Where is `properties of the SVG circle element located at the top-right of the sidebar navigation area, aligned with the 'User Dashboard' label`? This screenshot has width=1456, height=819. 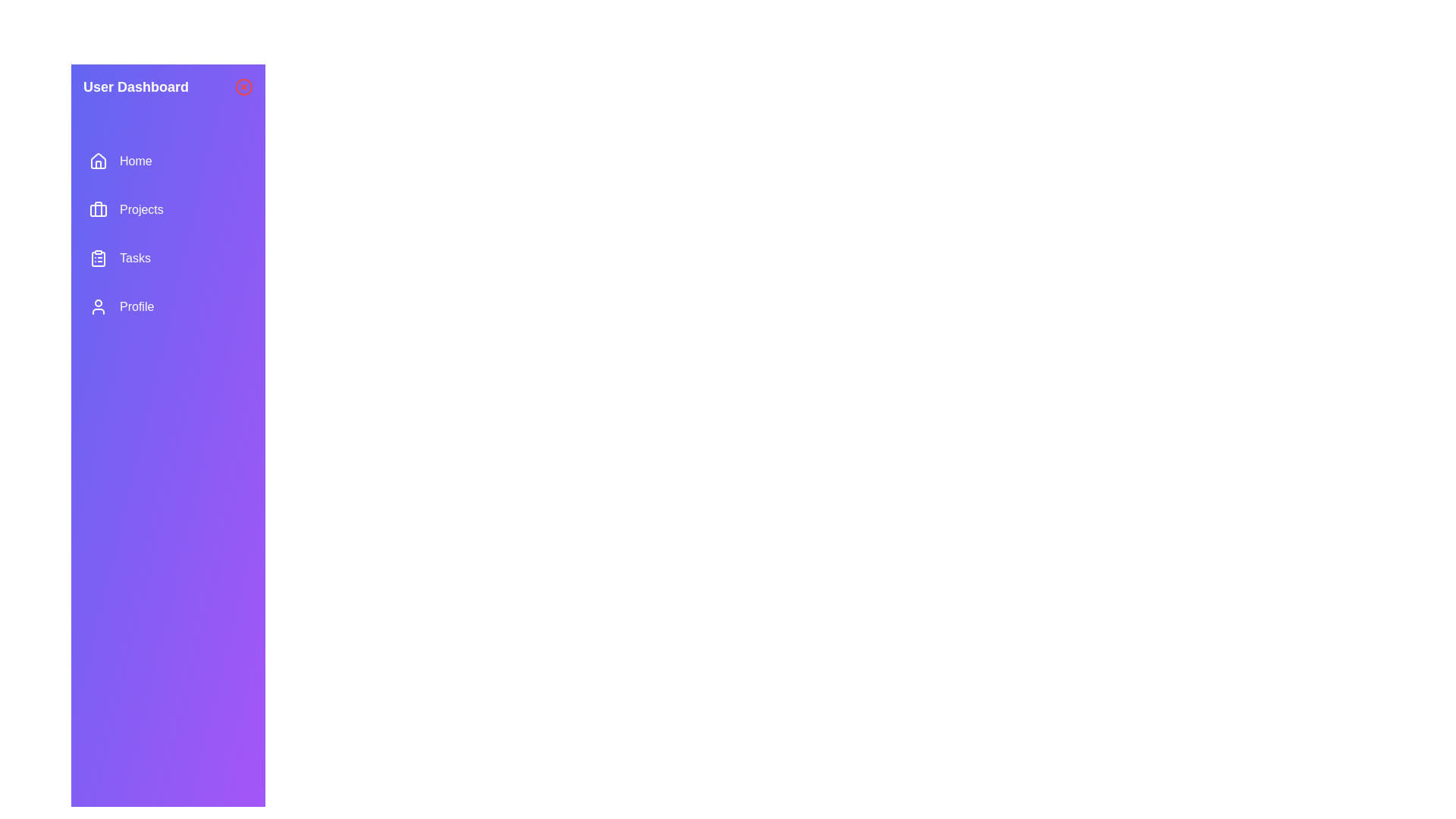 properties of the SVG circle element located at the top-right of the sidebar navigation area, aligned with the 'User Dashboard' label is located at coordinates (243, 87).